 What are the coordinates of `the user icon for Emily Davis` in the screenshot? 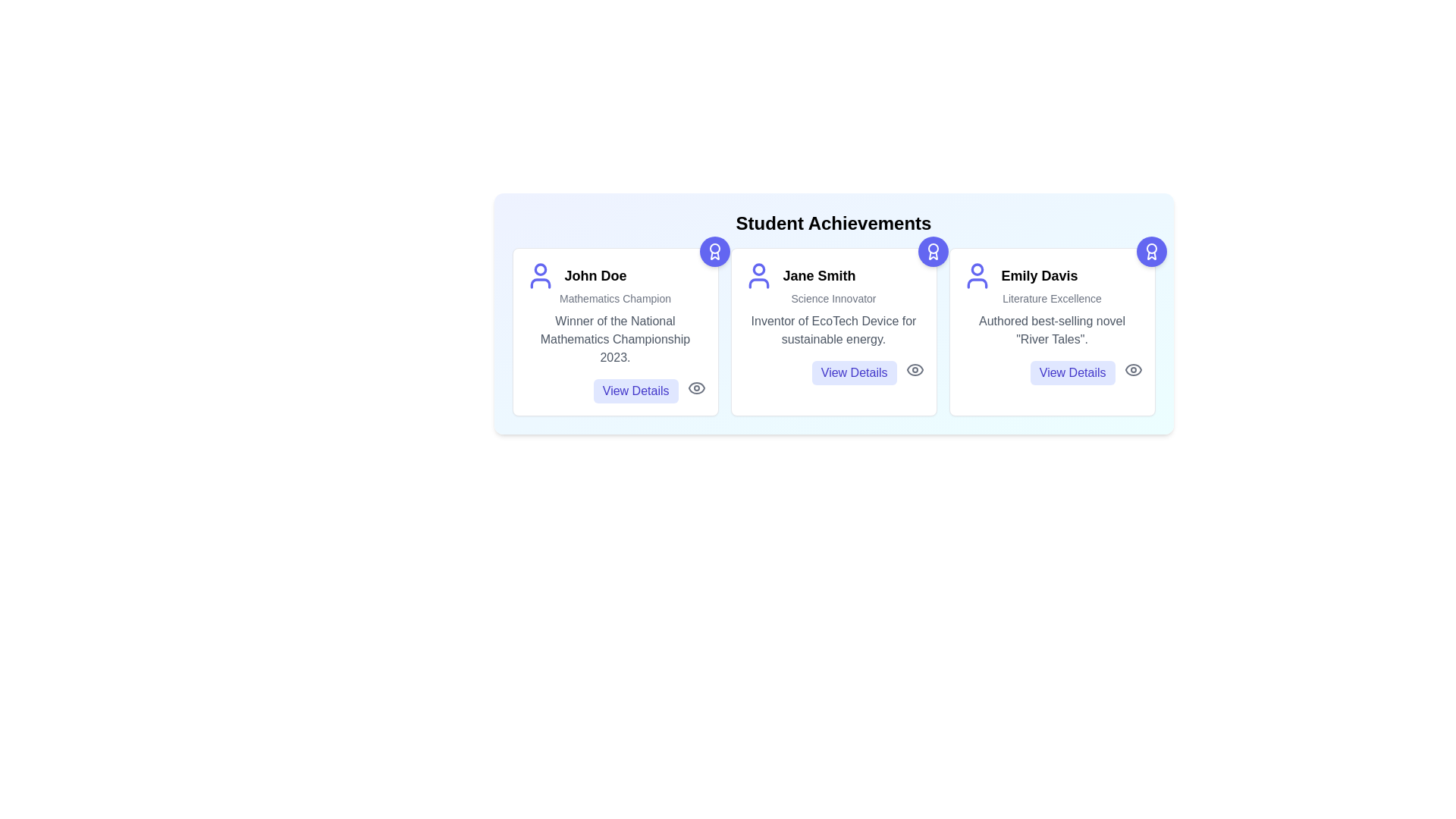 It's located at (977, 275).